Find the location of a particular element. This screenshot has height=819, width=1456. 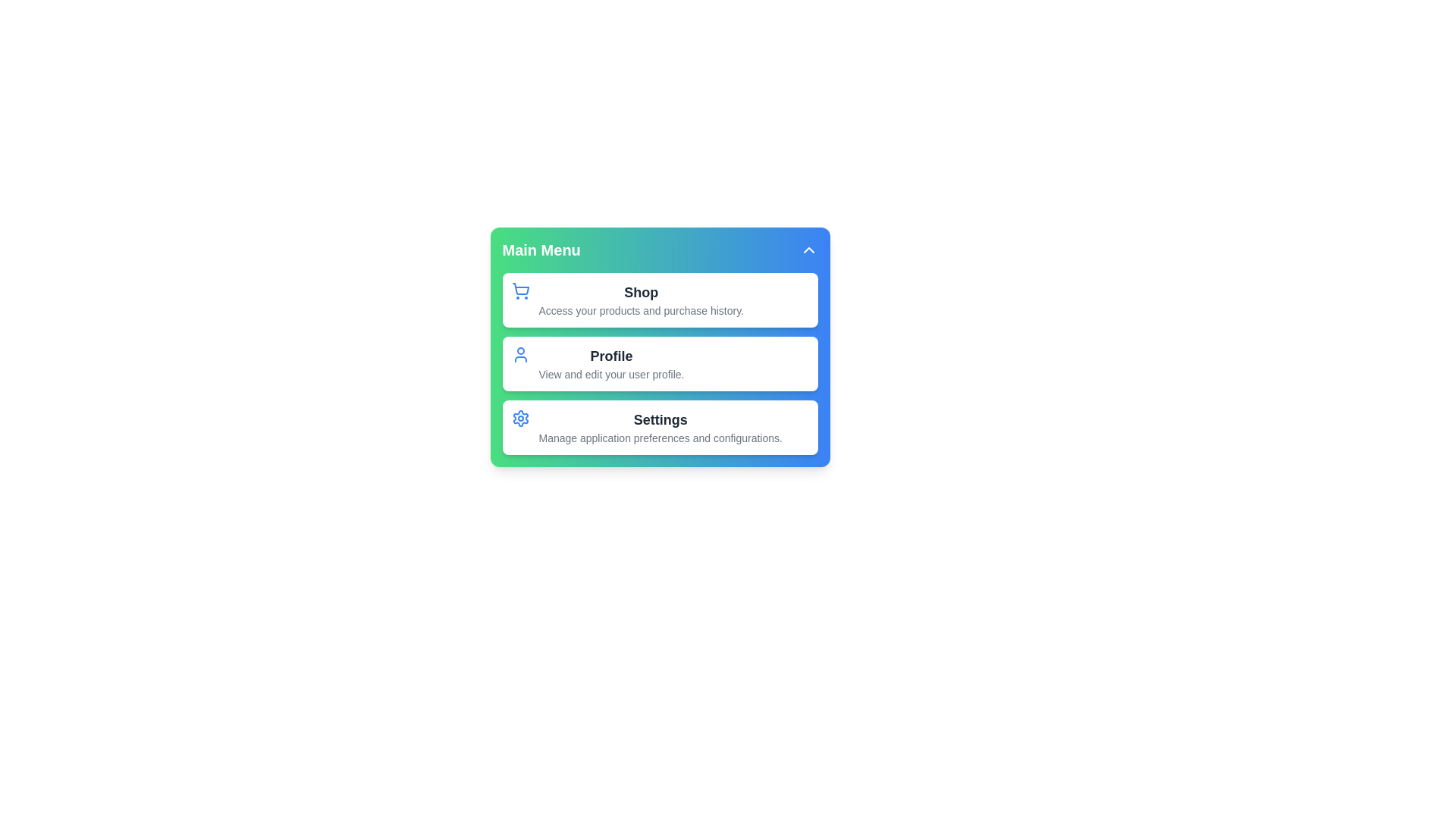

the icon of the menu item Profile is located at coordinates (520, 354).